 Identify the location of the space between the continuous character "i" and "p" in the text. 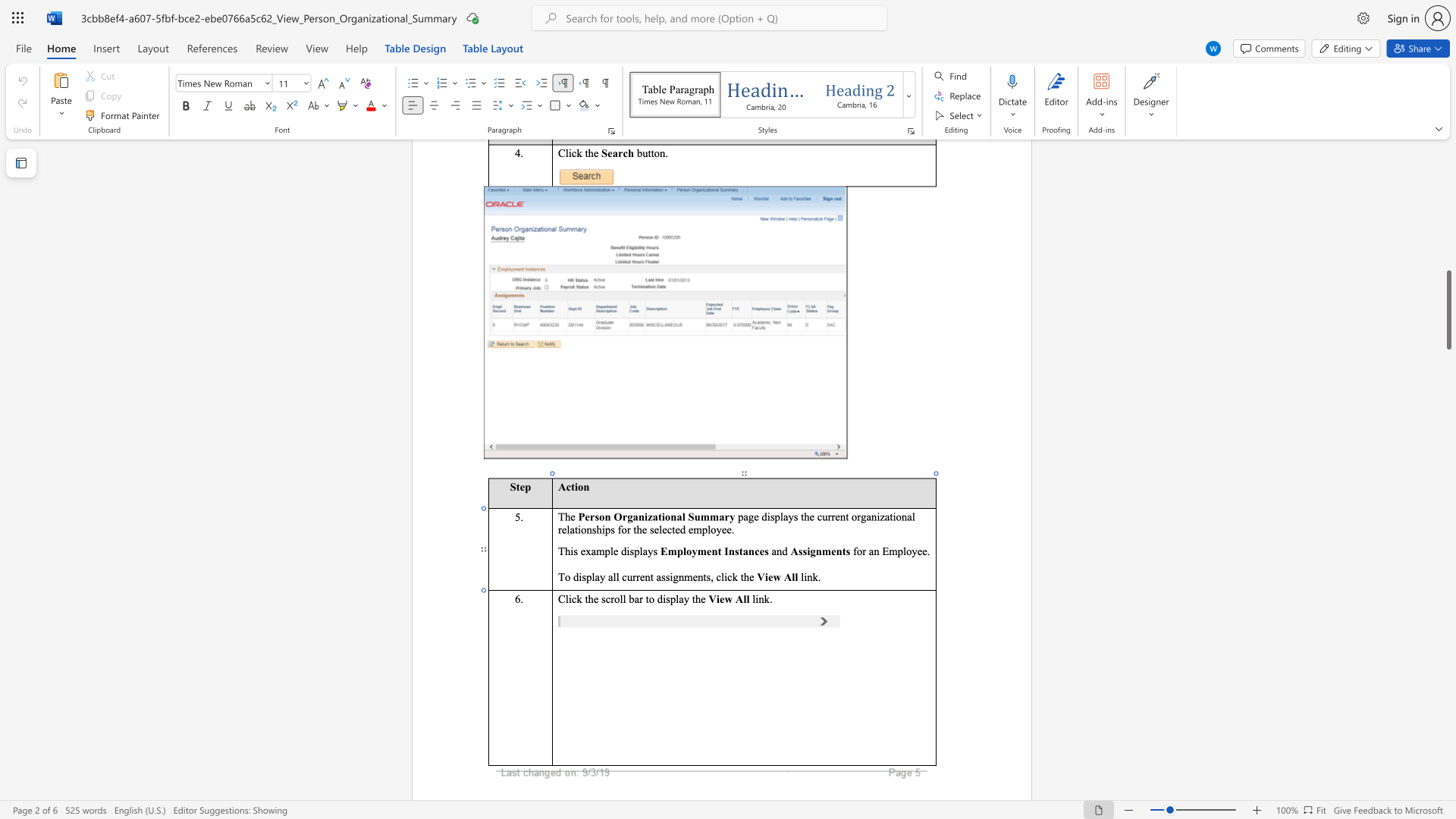
(604, 529).